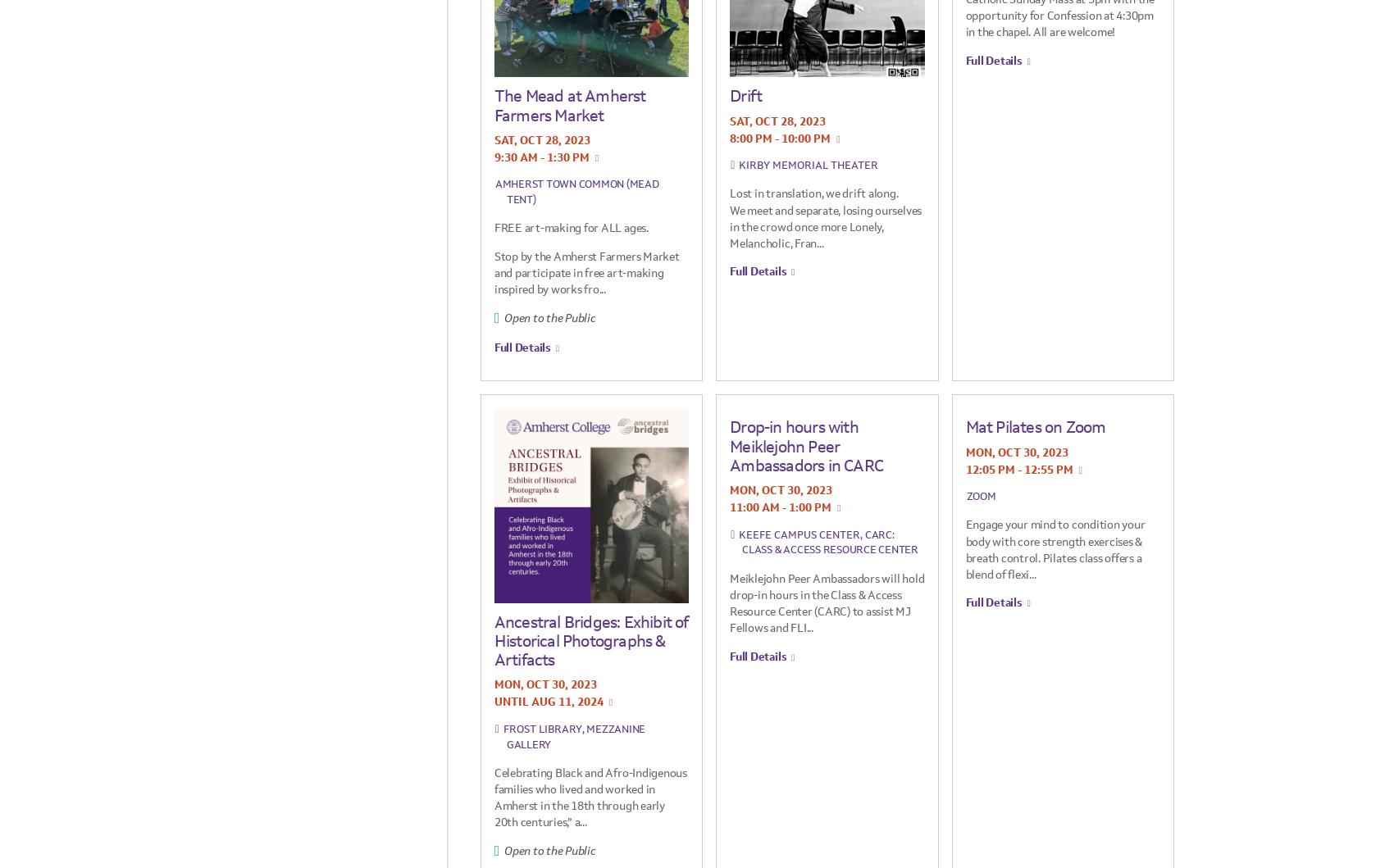 The height and width of the screenshot is (868, 1394). I want to click on 'Keefe Campus Center', so click(739, 534).